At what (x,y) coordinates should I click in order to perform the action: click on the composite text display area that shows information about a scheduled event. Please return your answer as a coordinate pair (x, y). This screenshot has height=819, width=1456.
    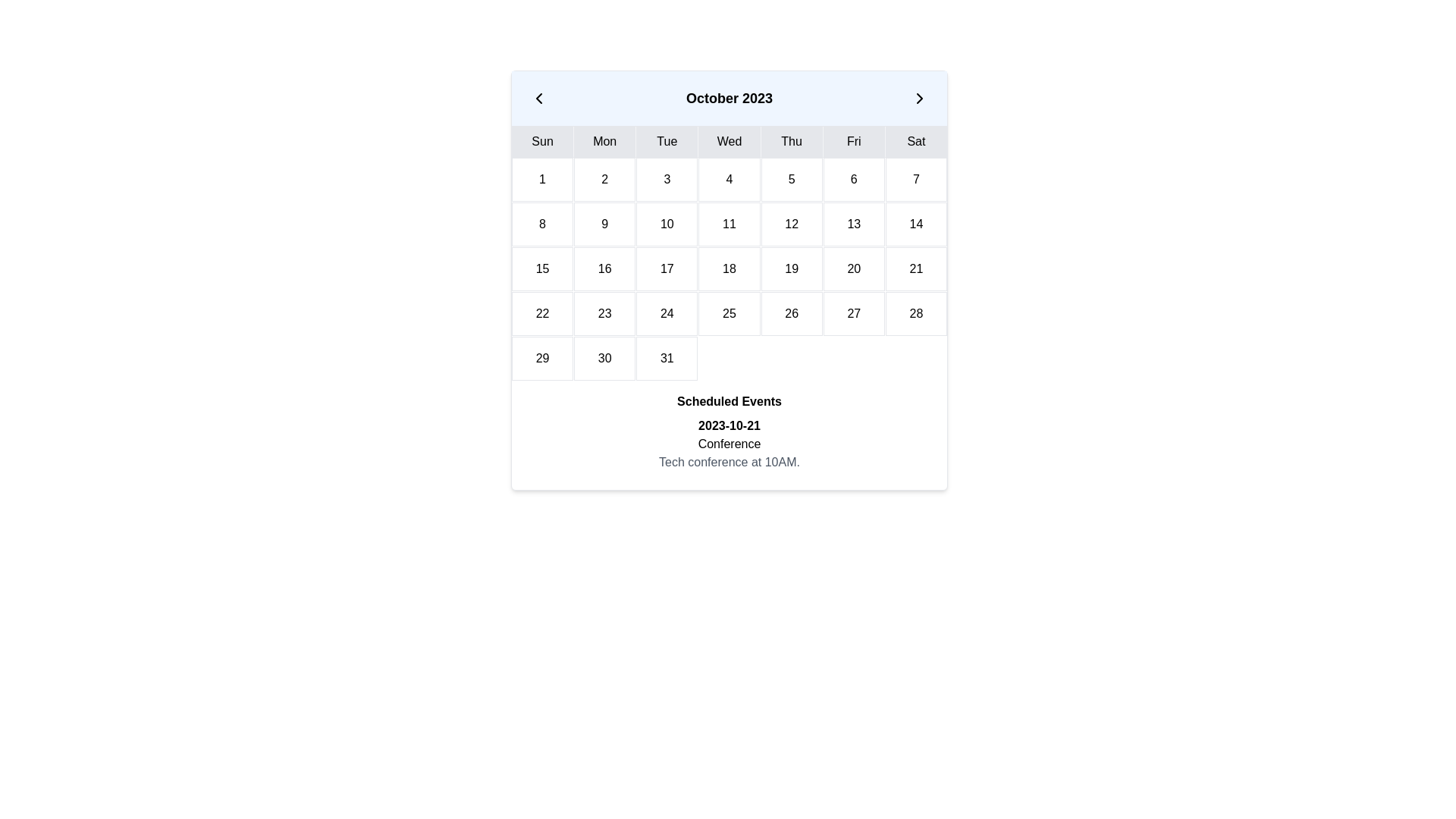
    Looking at the image, I should click on (729, 444).